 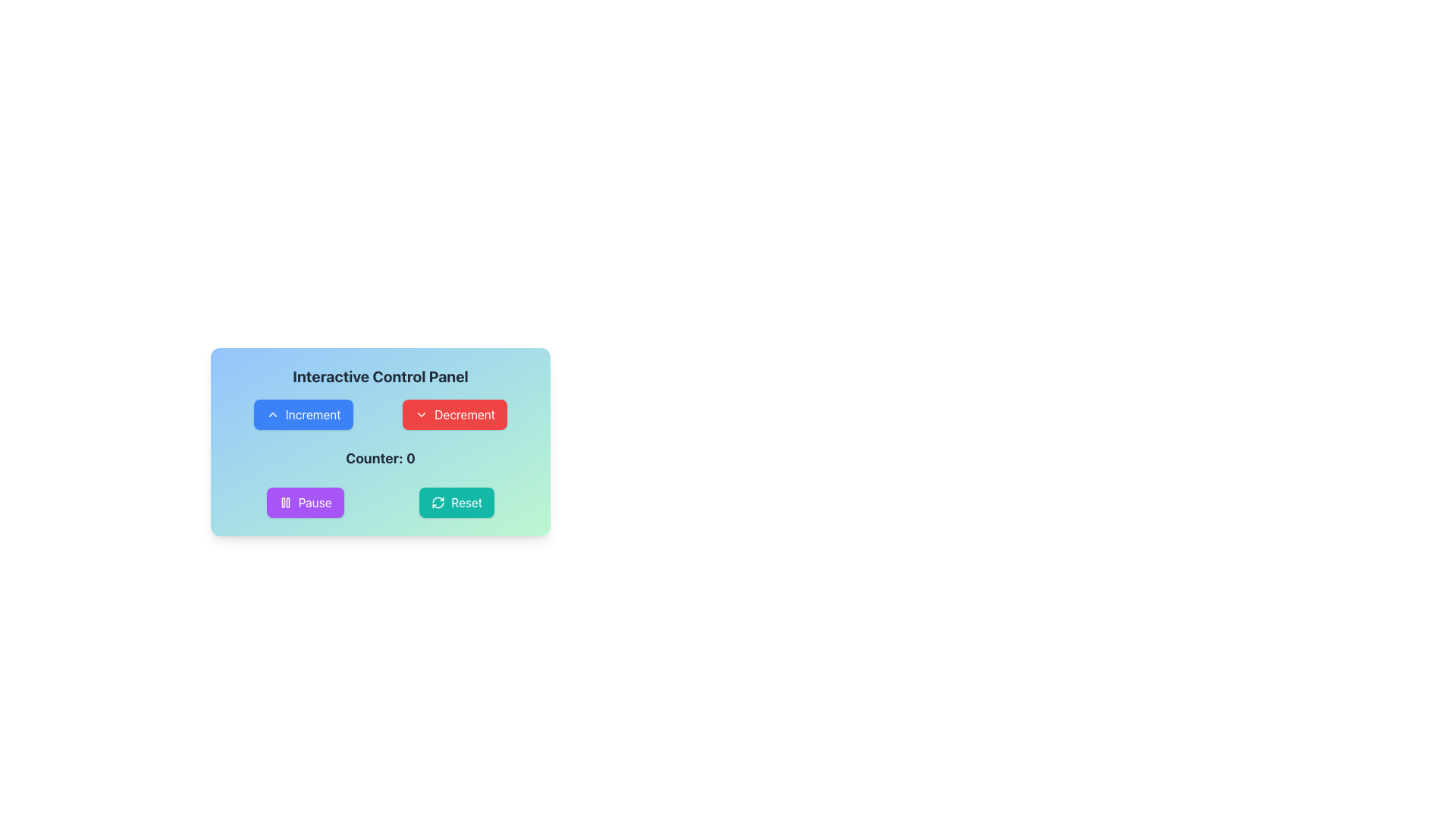 I want to click on the left vertical bar of the pause icon within the purple 'Pause' button located on the bottom-left side of the interactive control panel, so click(x=283, y=503).